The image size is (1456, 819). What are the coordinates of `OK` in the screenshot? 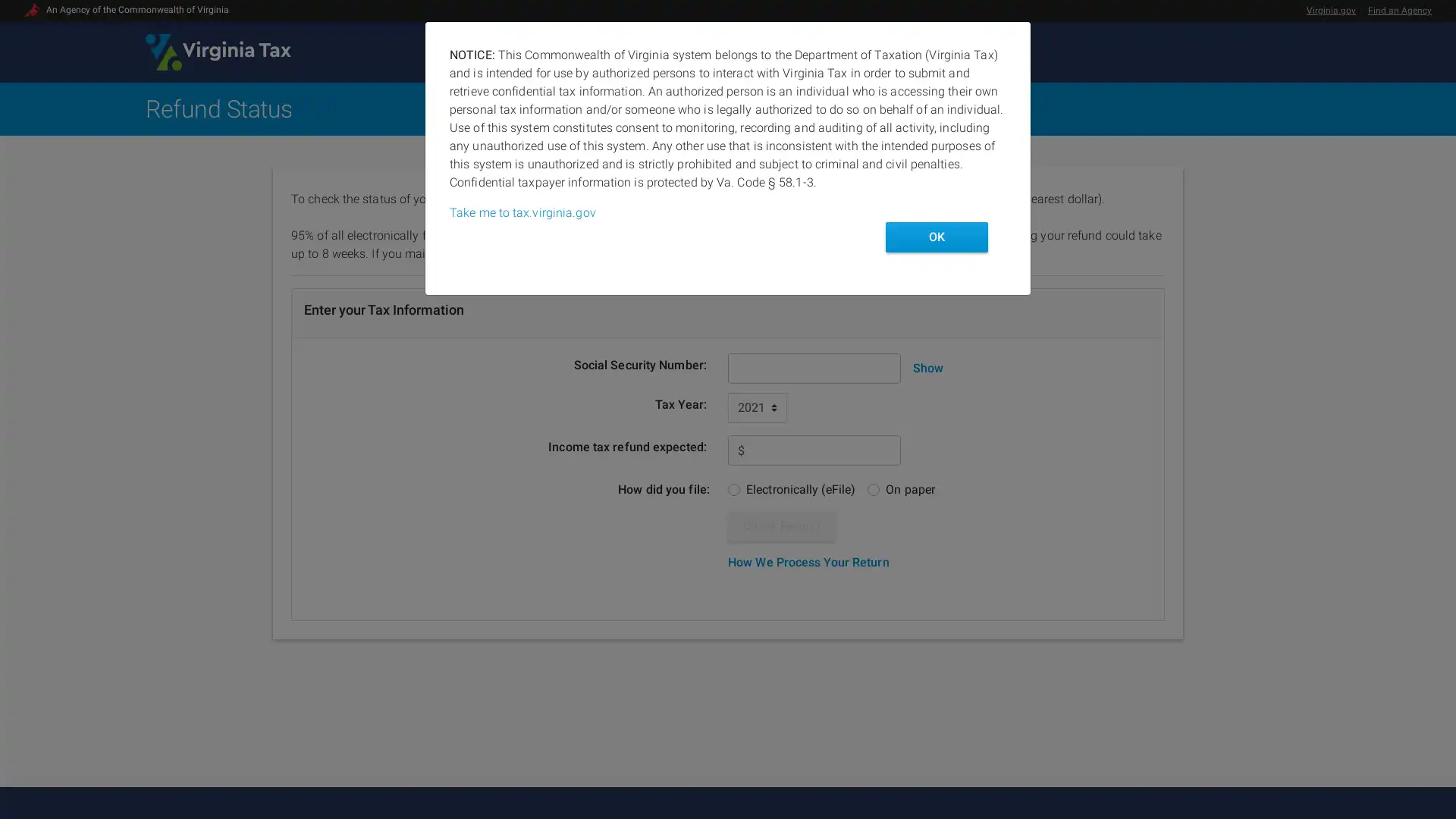 It's located at (936, 237).